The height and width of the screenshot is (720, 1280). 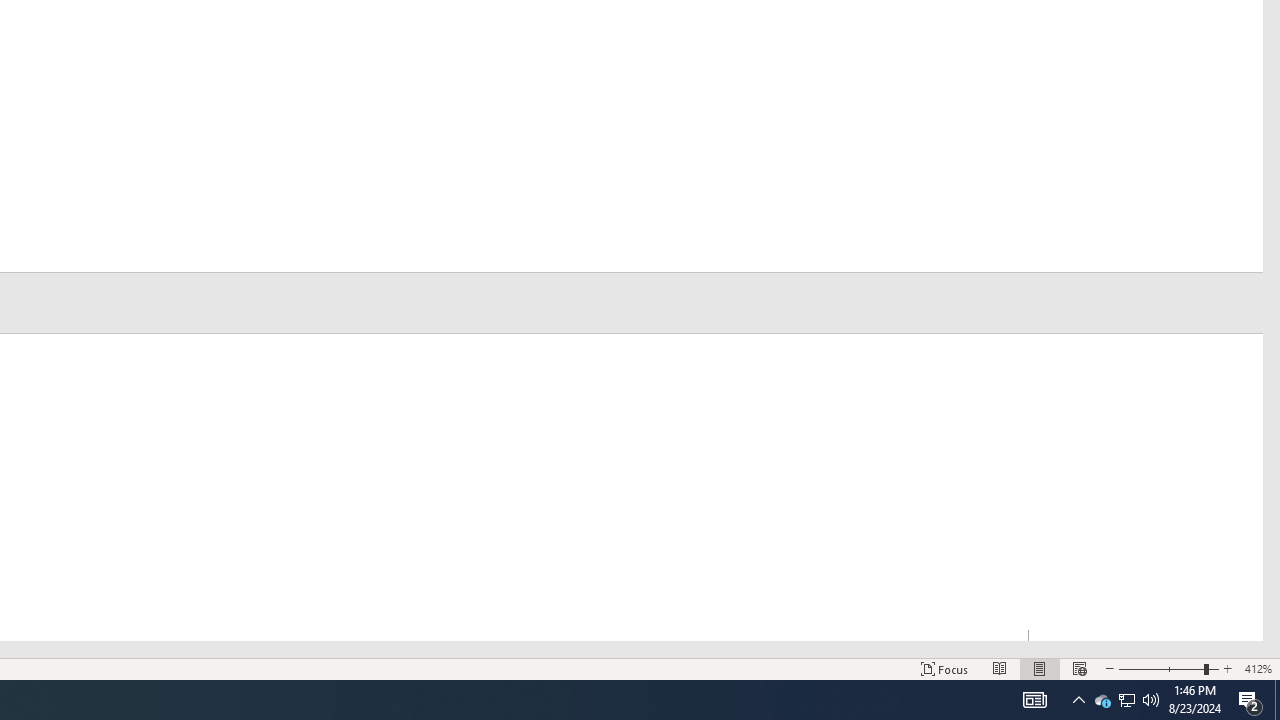 I want to click on 'User Promoted Notification Area', so click(x=1127, y=698).